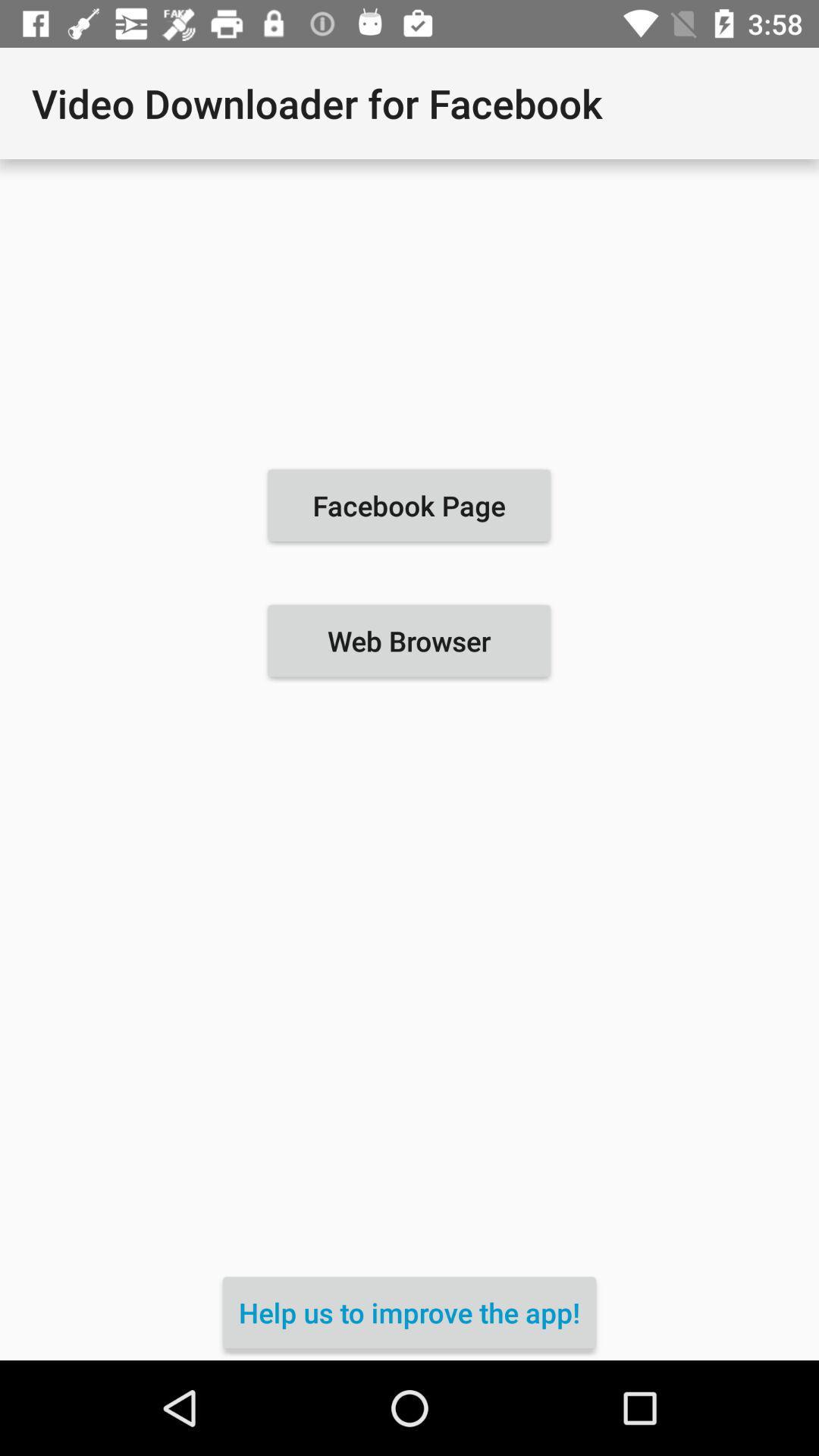 The height and width of the screenshot is (1456, 819). I want to click on icon below facebook page item, so click(408, 641).